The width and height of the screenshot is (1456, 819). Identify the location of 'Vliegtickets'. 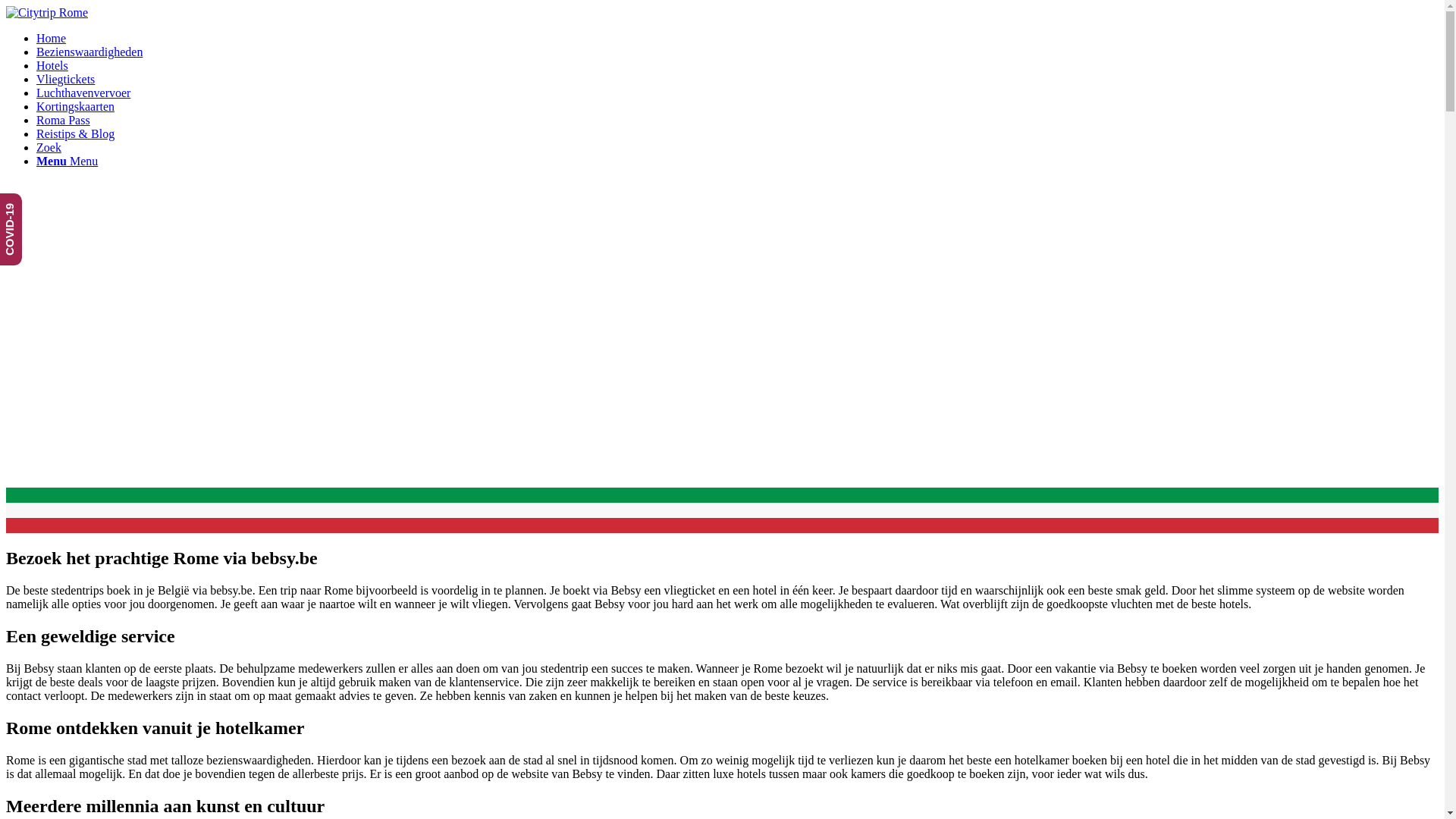
(64, 79).